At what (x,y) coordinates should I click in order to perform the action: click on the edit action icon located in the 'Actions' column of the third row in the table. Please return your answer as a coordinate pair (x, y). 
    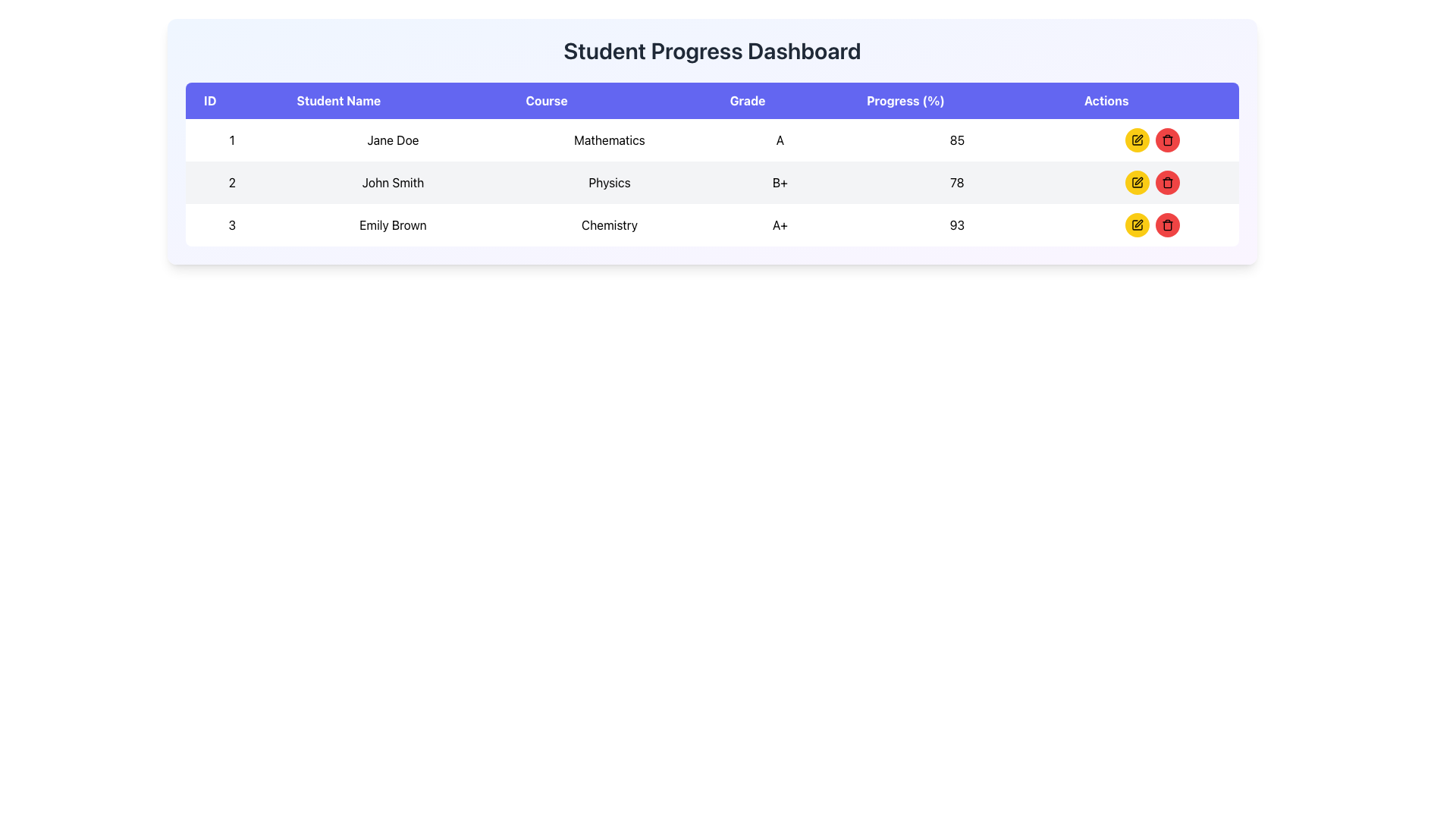
    Looking at the image, I should click on (1137, 140).